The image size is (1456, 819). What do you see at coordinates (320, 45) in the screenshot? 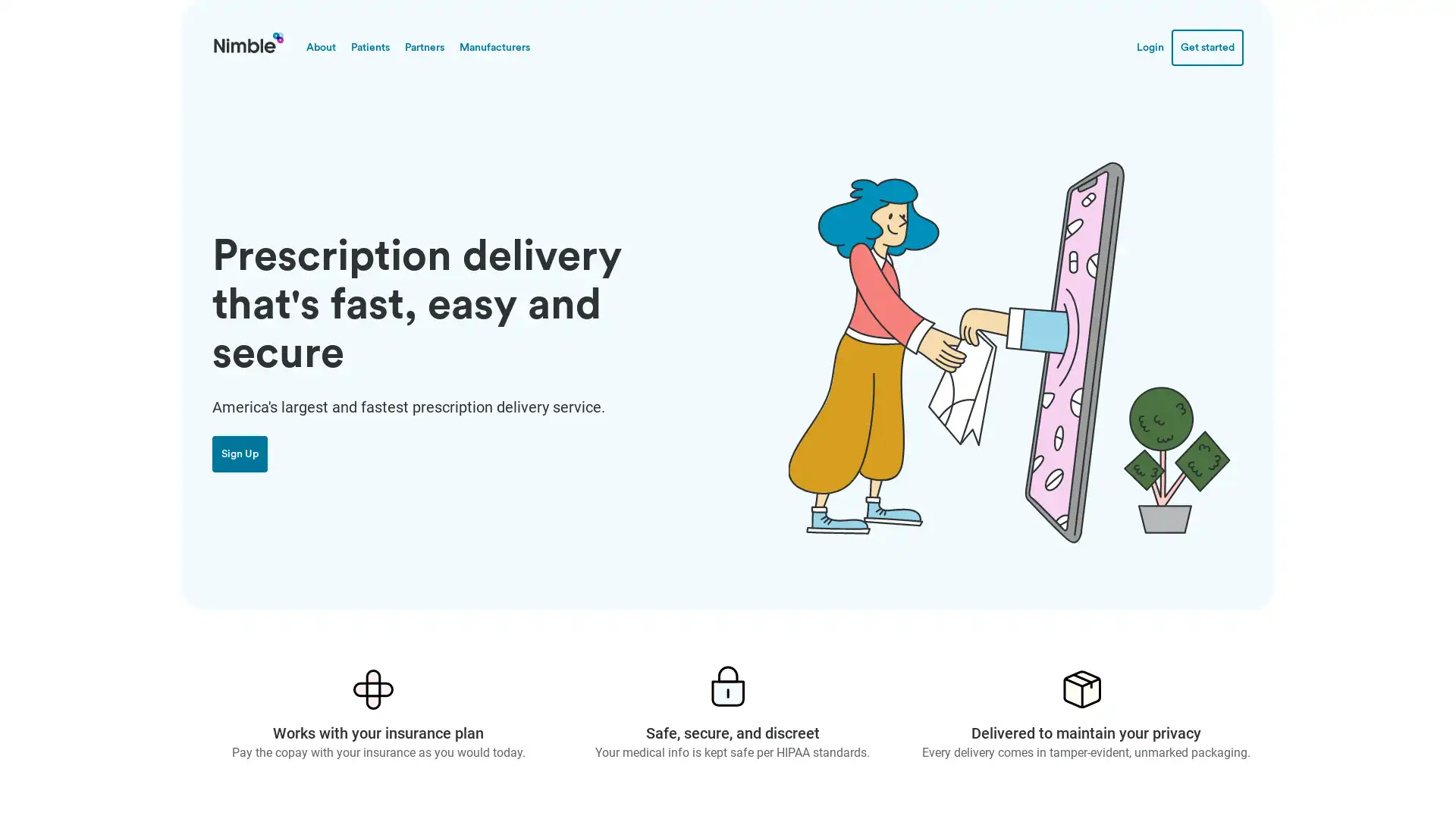
I see `About` at bounding box center [320, 45].